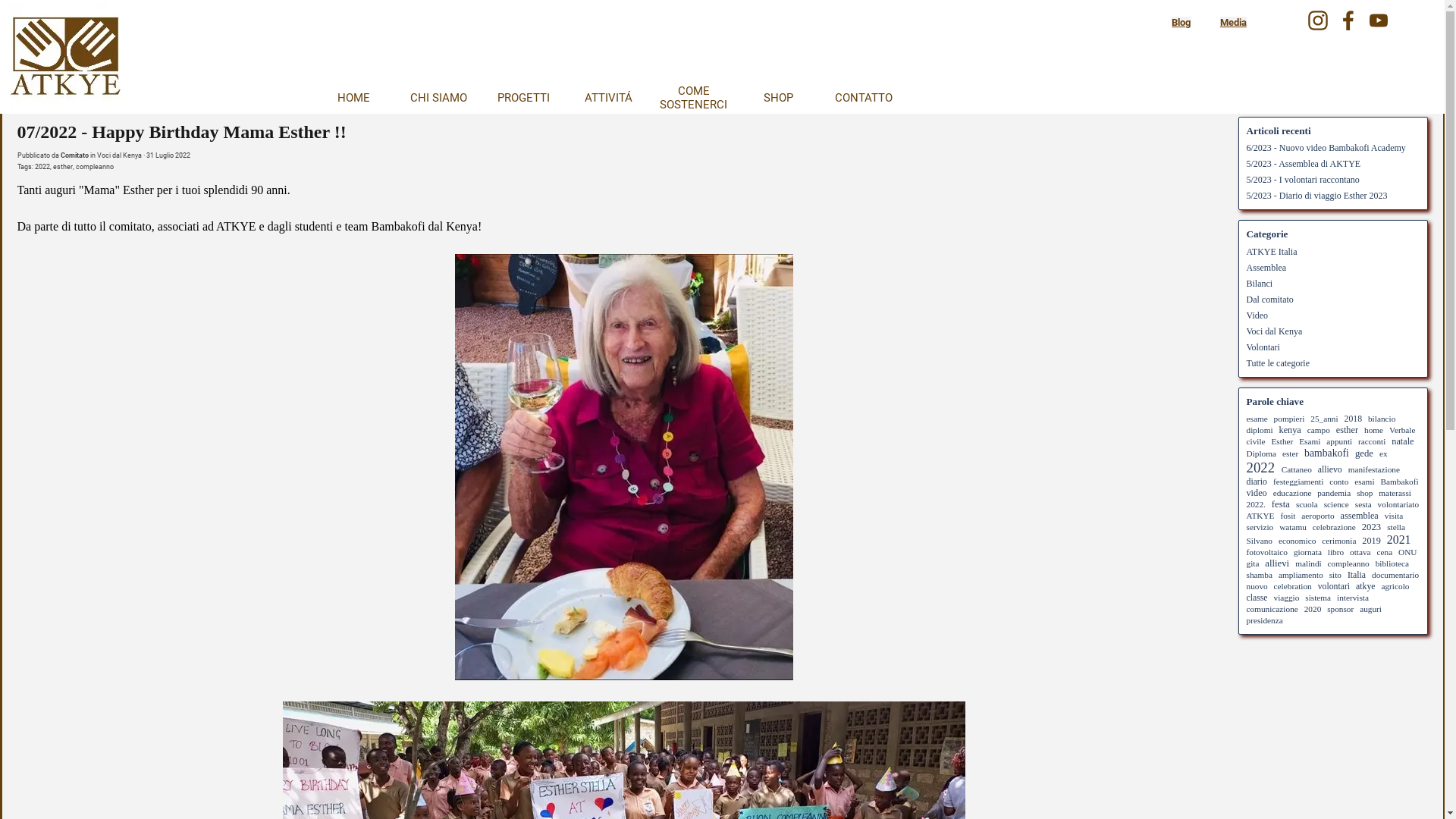 This screenshot has width=1456, height=819. Describe the element at coordinates (1294, 504) in the screenshot. I see `'scuola'` at that location.